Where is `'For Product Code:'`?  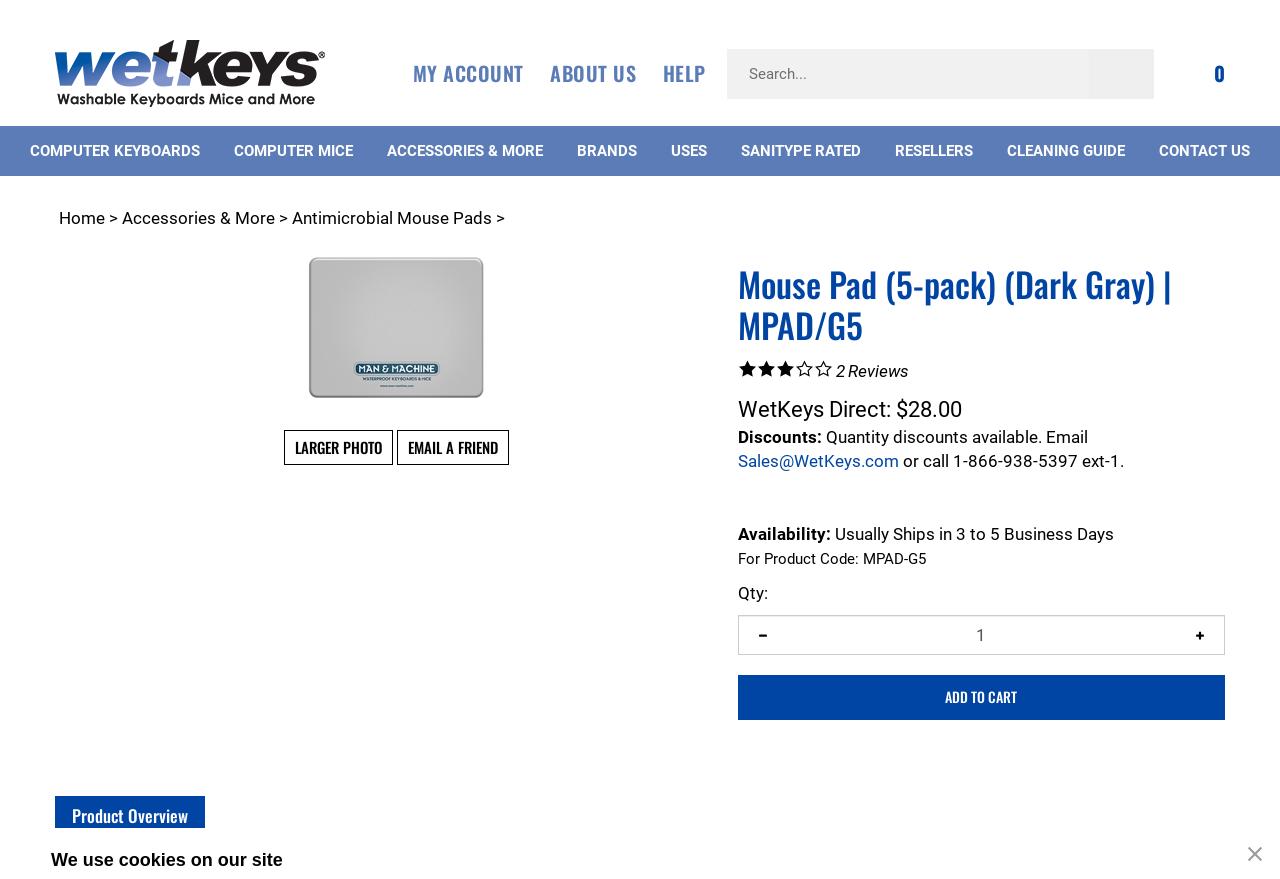
'For Product Code:' is located at coordinates (796, 558).